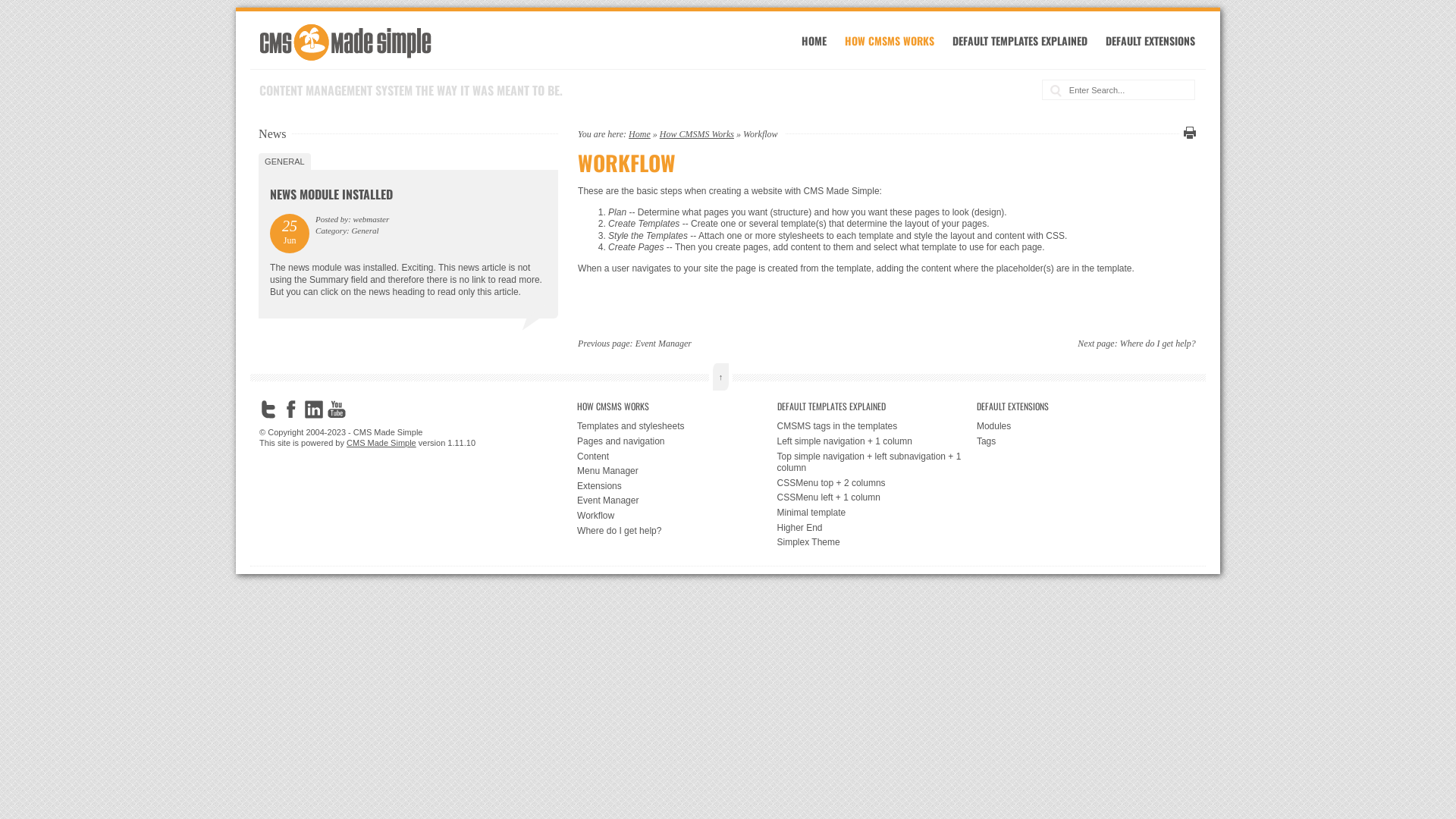 The width and height of the screenshot is (1456, 819). I want to click on 'CMS Made Simple', so click(381, 442).